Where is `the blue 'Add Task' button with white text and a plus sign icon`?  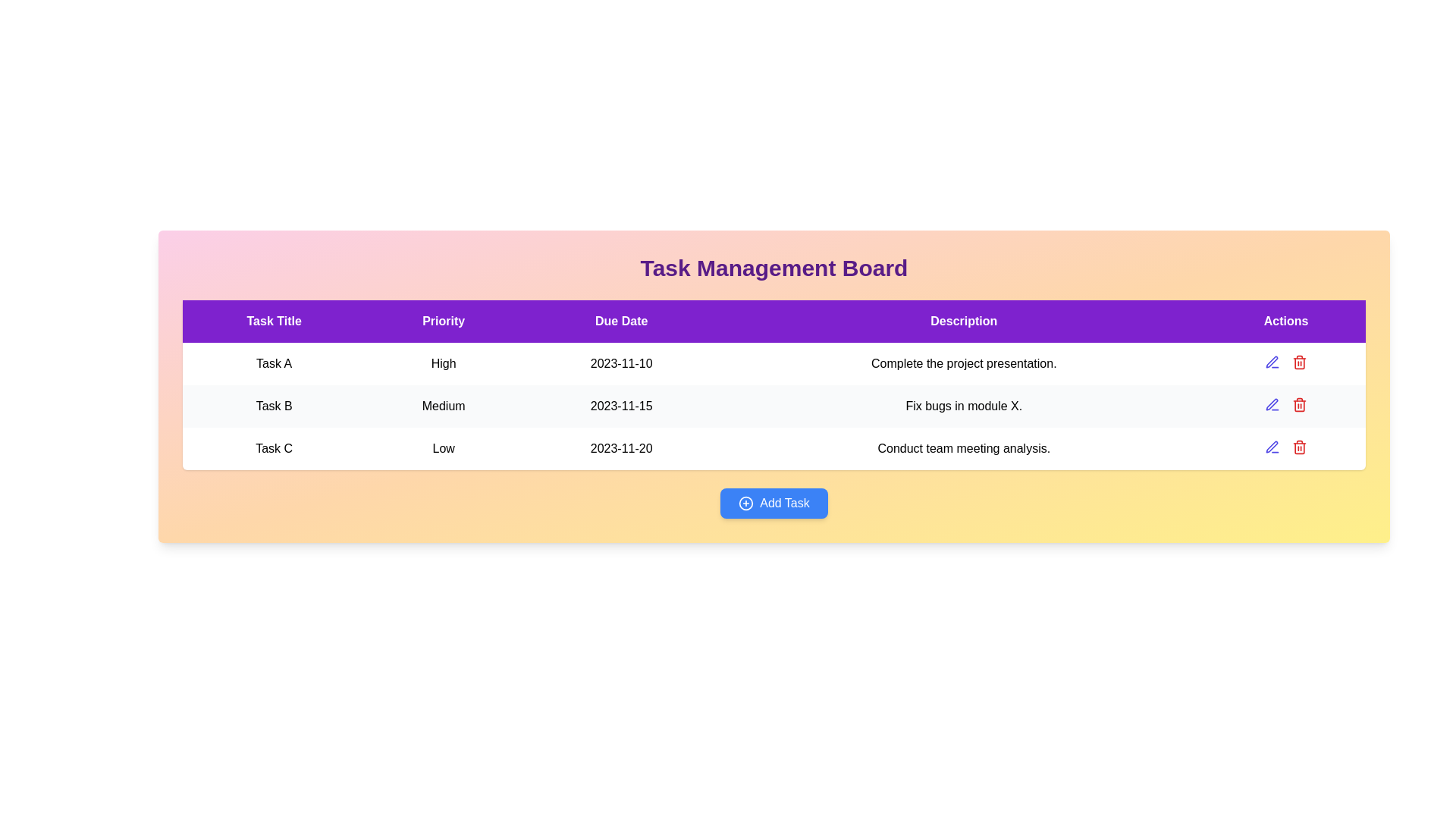
the blue 'Add Task' button with white text and a plus sign icon is located at coordinates (774, 503).